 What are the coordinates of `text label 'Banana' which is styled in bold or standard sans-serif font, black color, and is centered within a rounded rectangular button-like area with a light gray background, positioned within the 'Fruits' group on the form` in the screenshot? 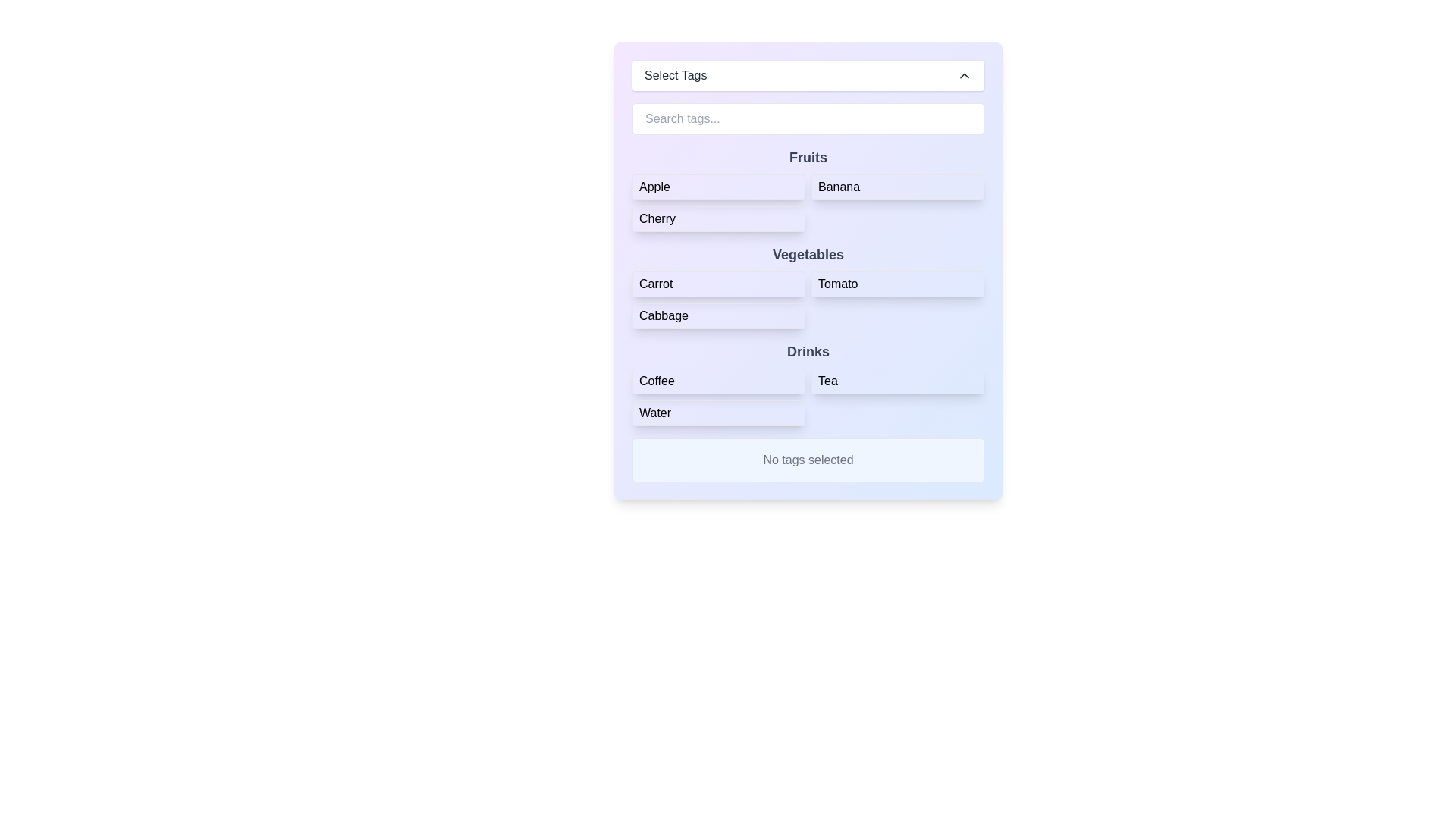 It's located at (838, 186).